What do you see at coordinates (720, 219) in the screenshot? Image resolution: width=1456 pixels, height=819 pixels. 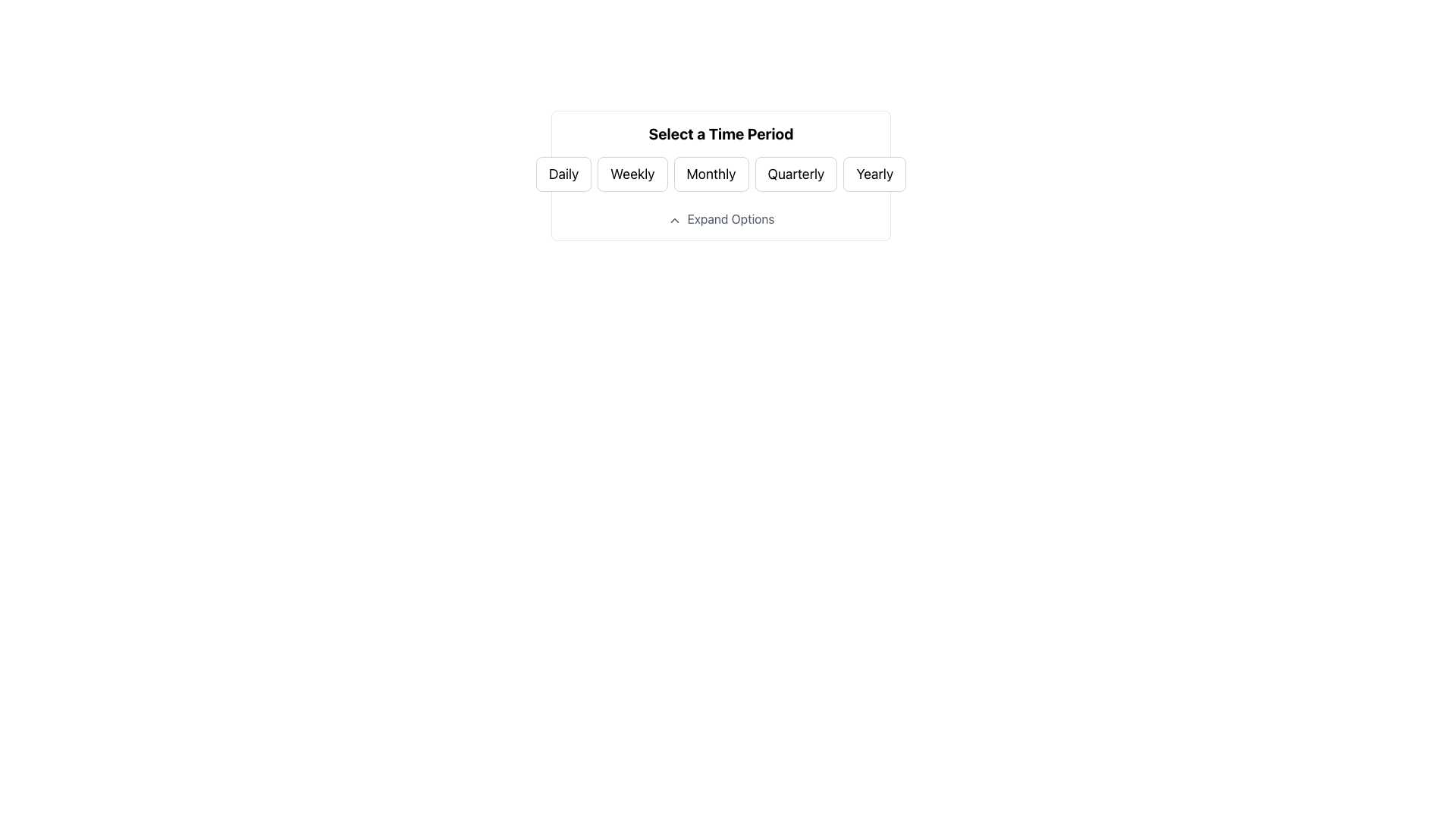 I see `the 'Expand Options' button, which is a horizontally aligned link or button with gray text and an upward chevron icon` at bounding box center [720, 219].